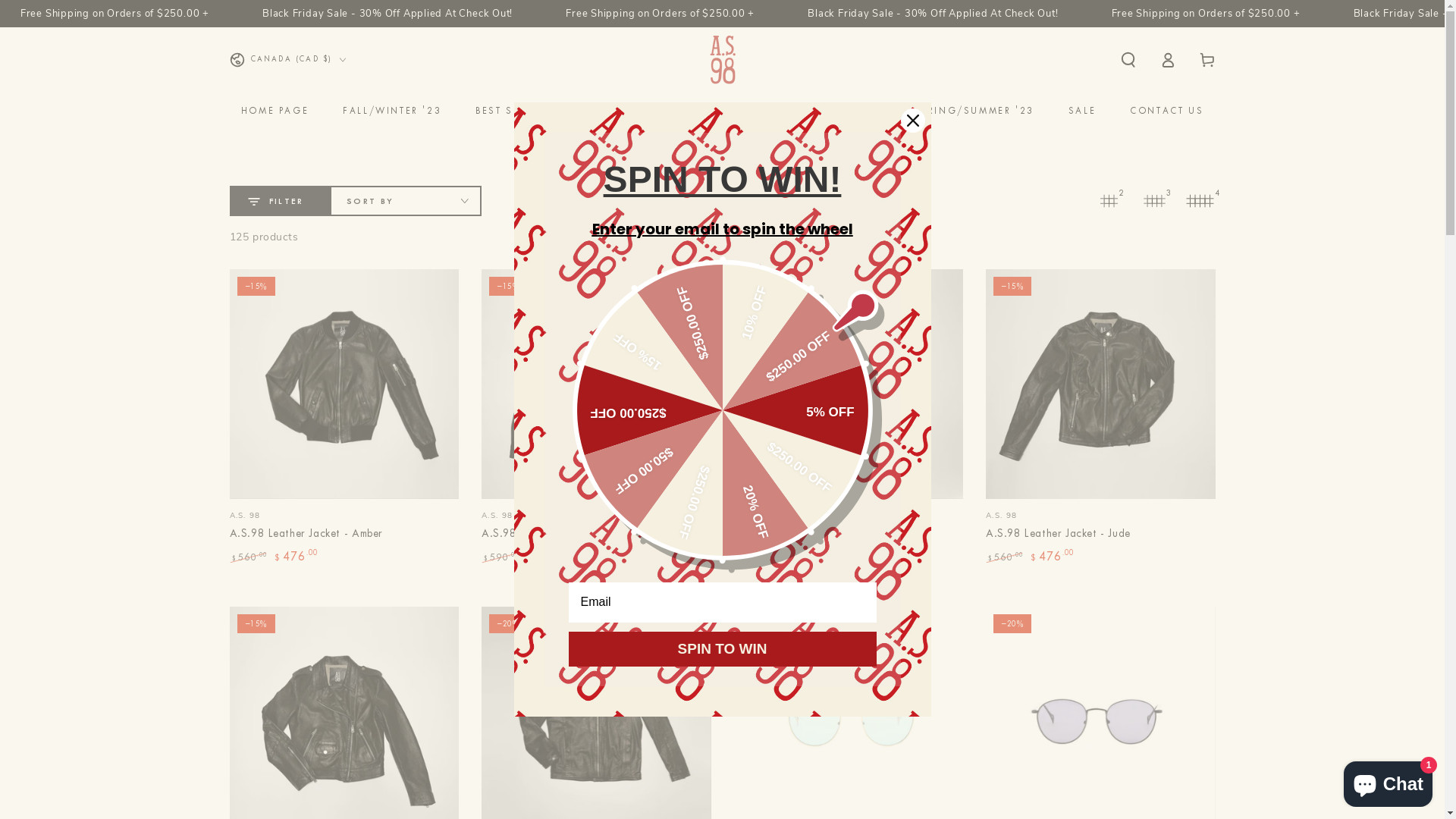 This screenshot has height=819, width=1456. What do you see at coordinates (1166, 109) in the screenshot?
I see `'CONTACT US'` at bounding box center [1166, 109].